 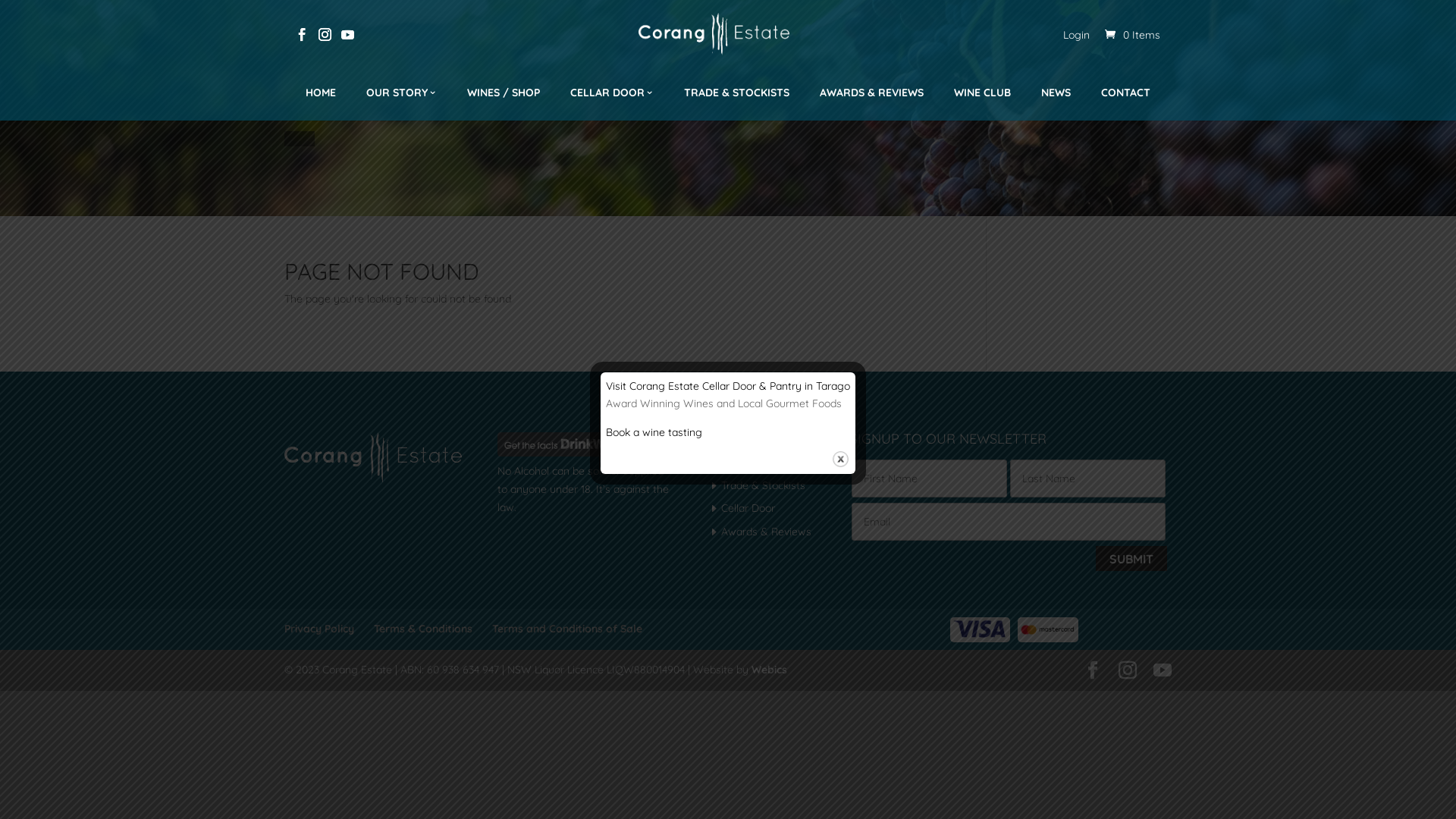 What do you see at coordinates (604, 432) in the screenshot?
I see `'Book a wine tasting'` at bounding box center [604, 432].